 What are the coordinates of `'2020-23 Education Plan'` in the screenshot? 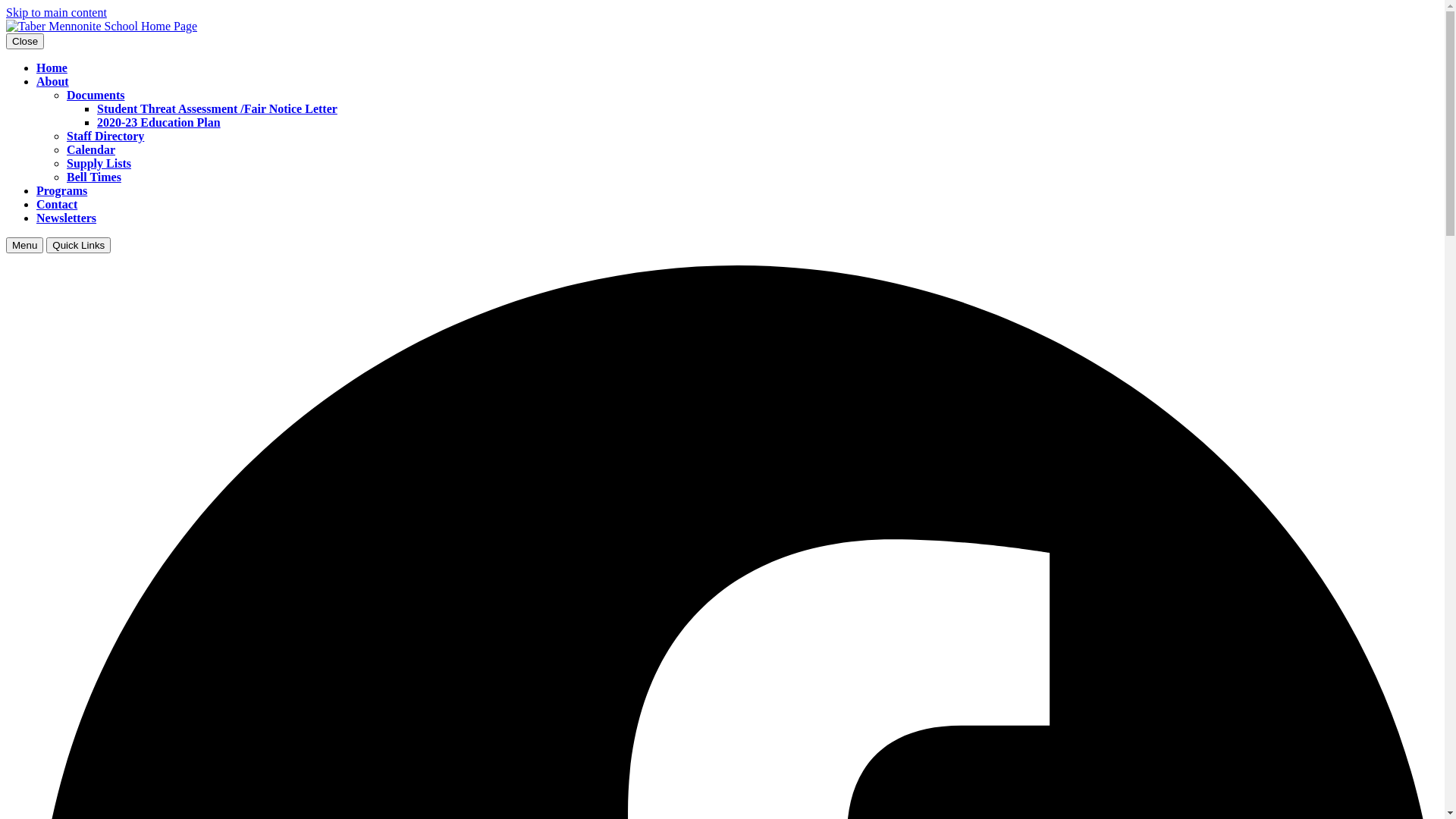 It's located at (158, 121).